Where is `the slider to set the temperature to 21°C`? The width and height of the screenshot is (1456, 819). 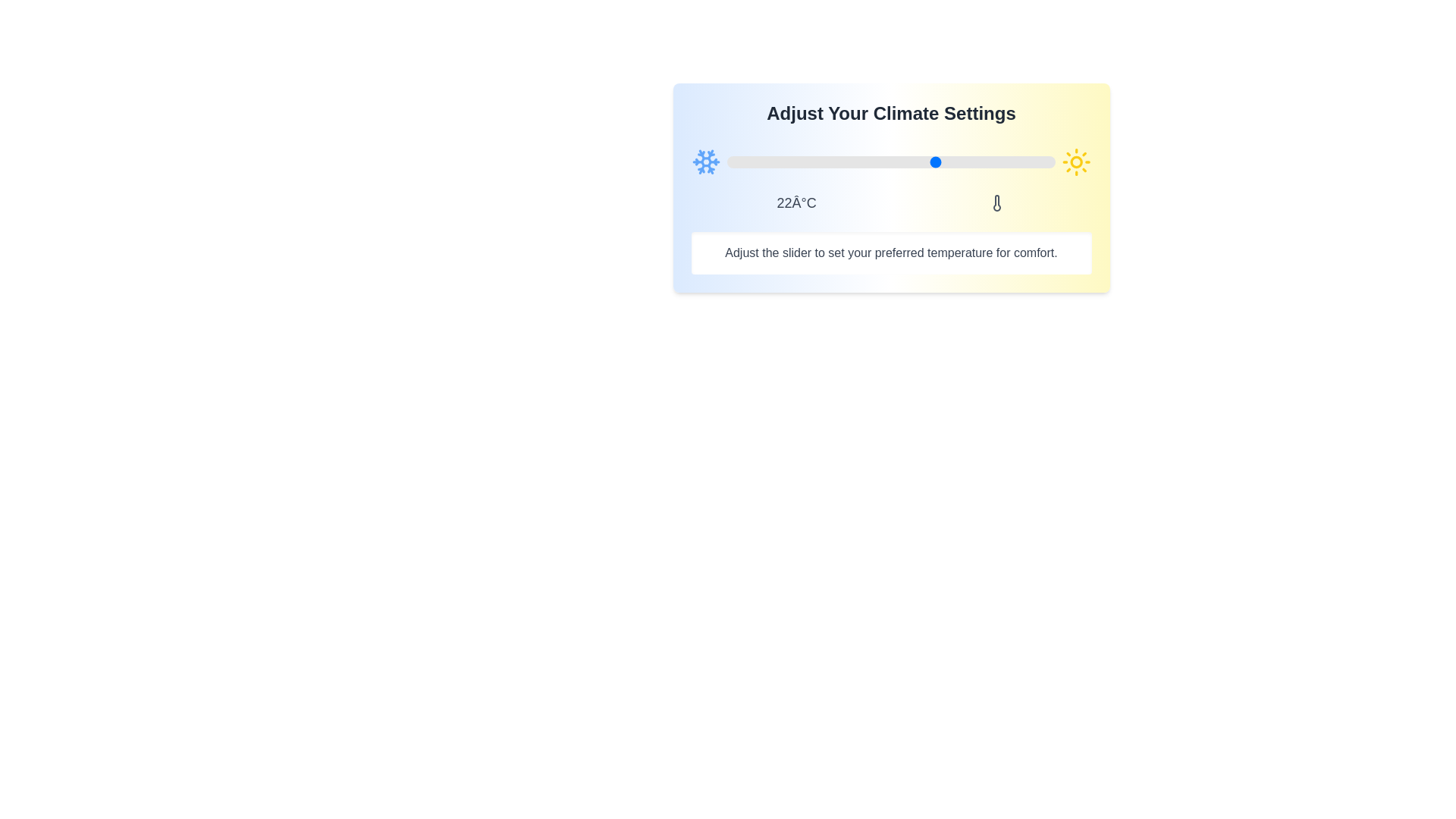 the slider to set the temperature to 21°C is located at coordinates (930, 162).